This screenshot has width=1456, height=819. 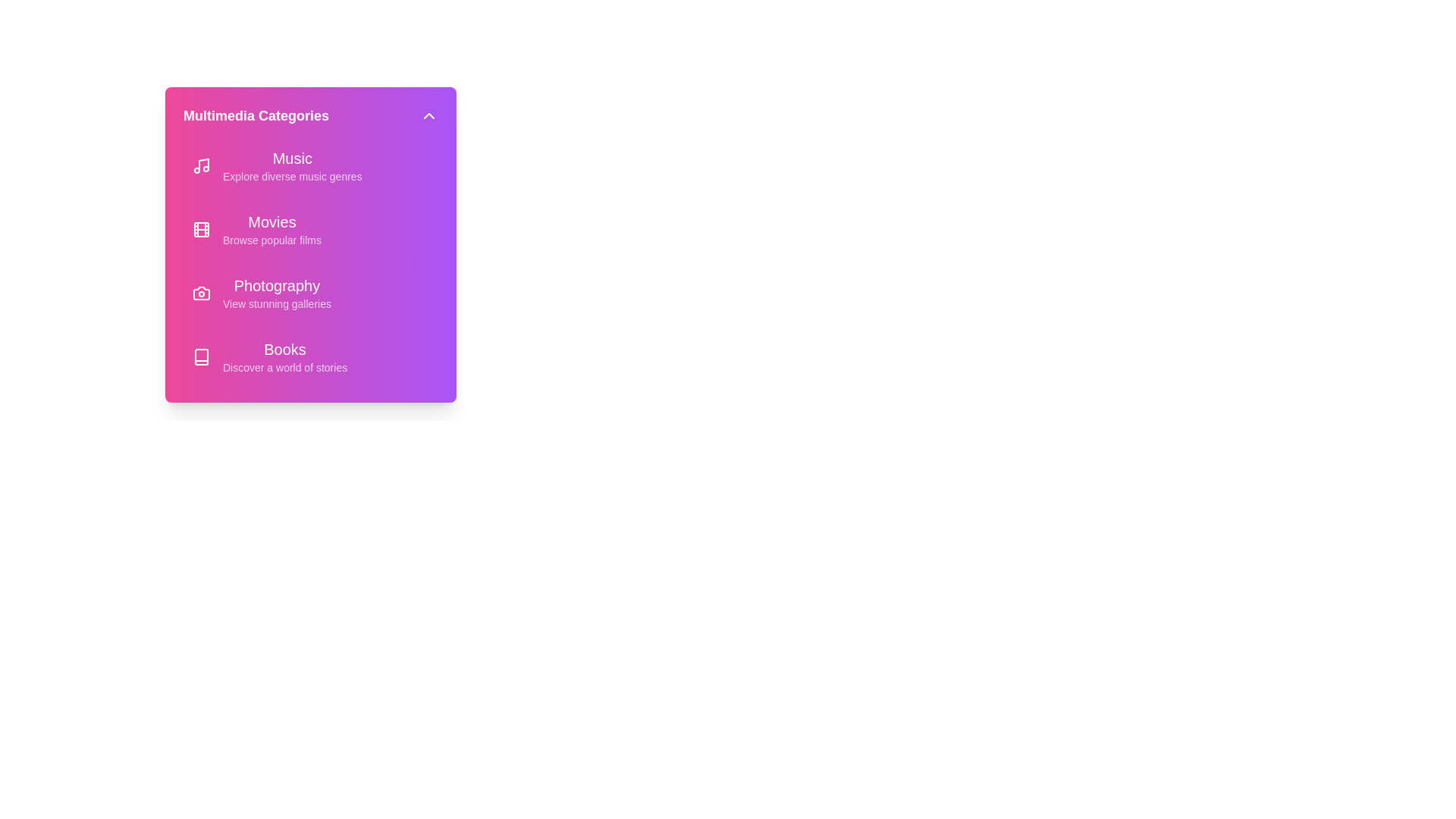 I want to click on the menu item corresponding to Books, so click(x=309, y=356).